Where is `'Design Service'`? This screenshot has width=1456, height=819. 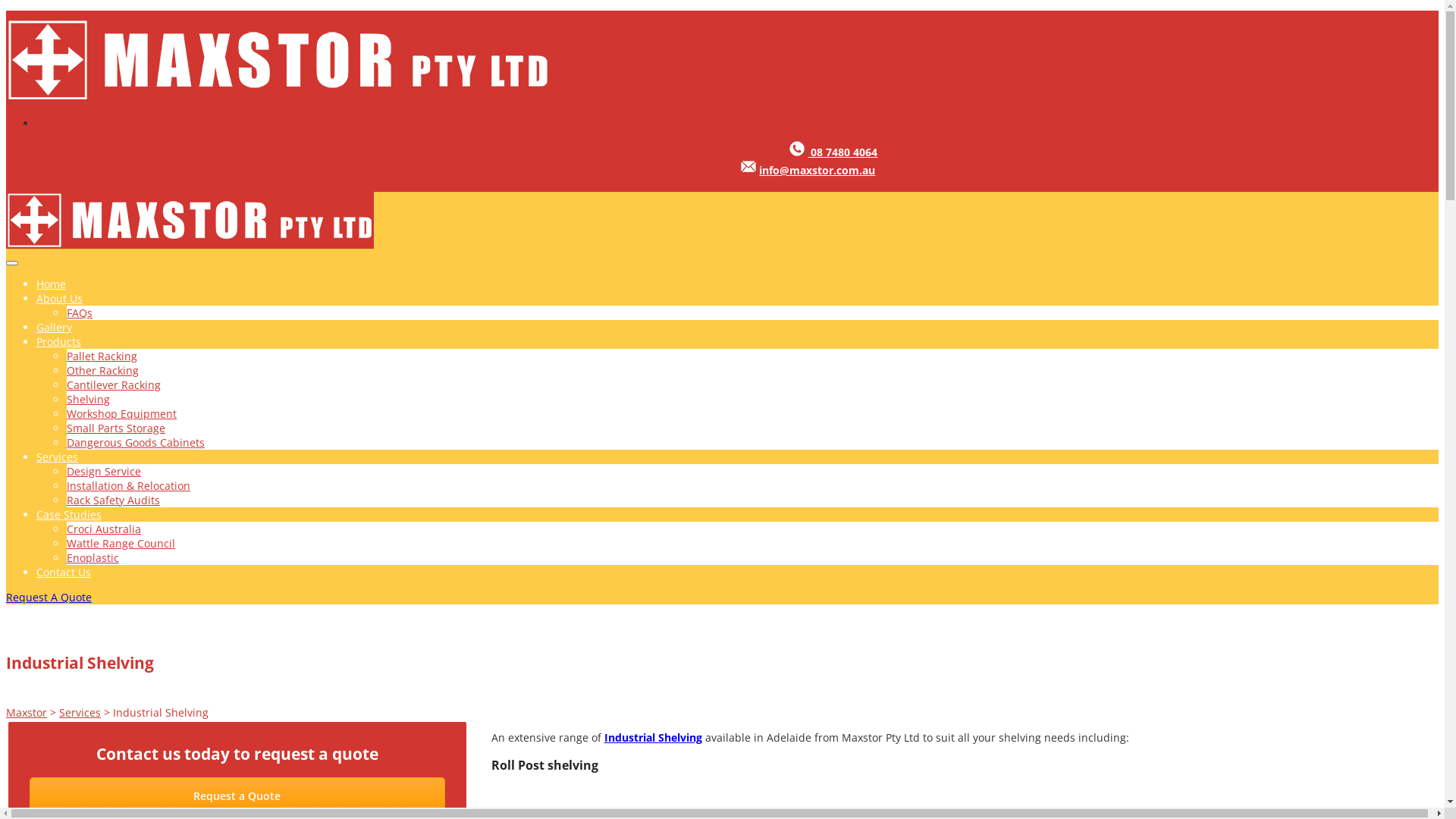 'Design Service' is located at coordinates (103, 470).